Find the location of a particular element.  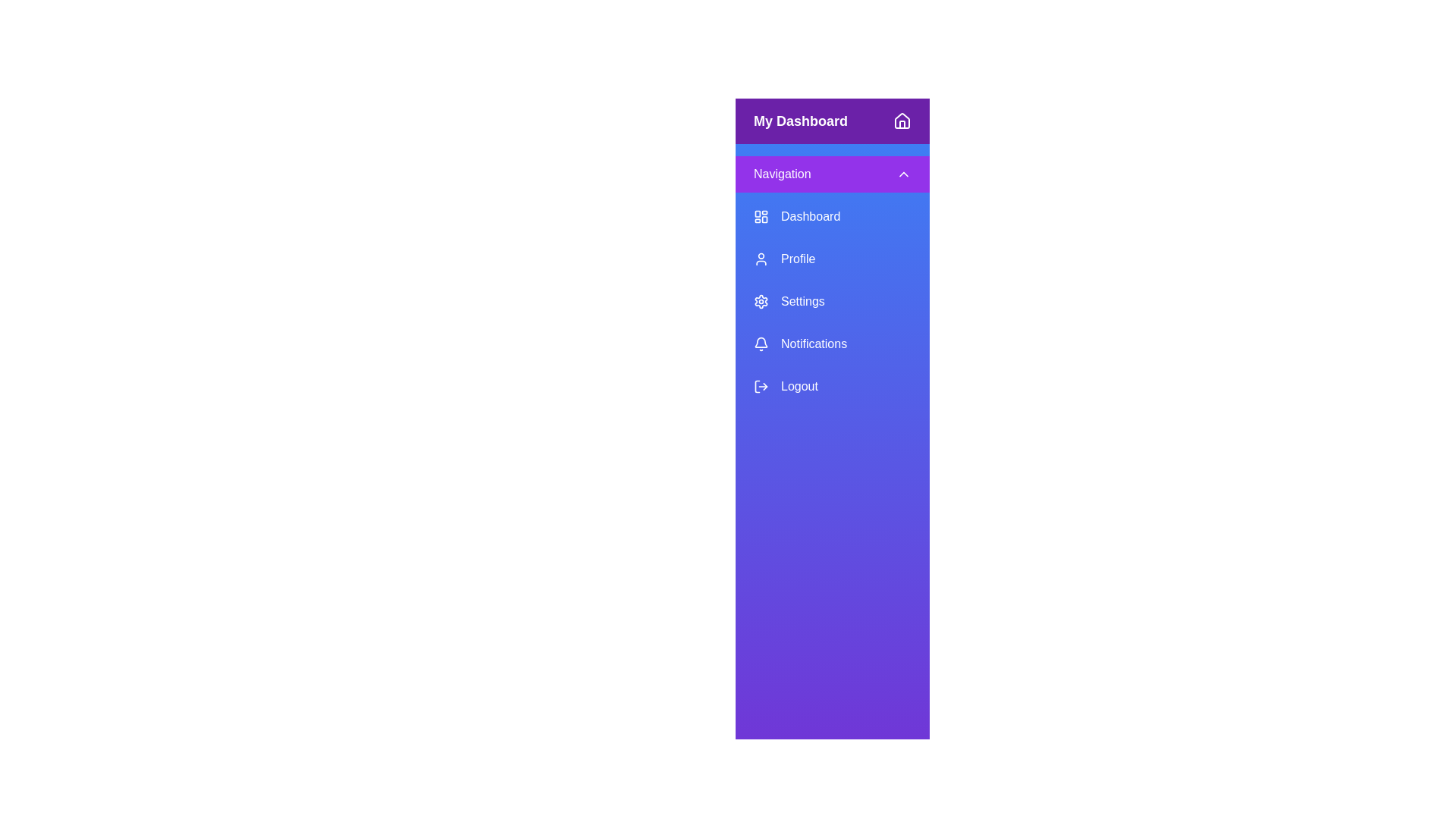

the small upward-pointing chevron icon with a purple background and white stroke located on the right side of the 'Navigation' header is located at coordinates (903, 174).